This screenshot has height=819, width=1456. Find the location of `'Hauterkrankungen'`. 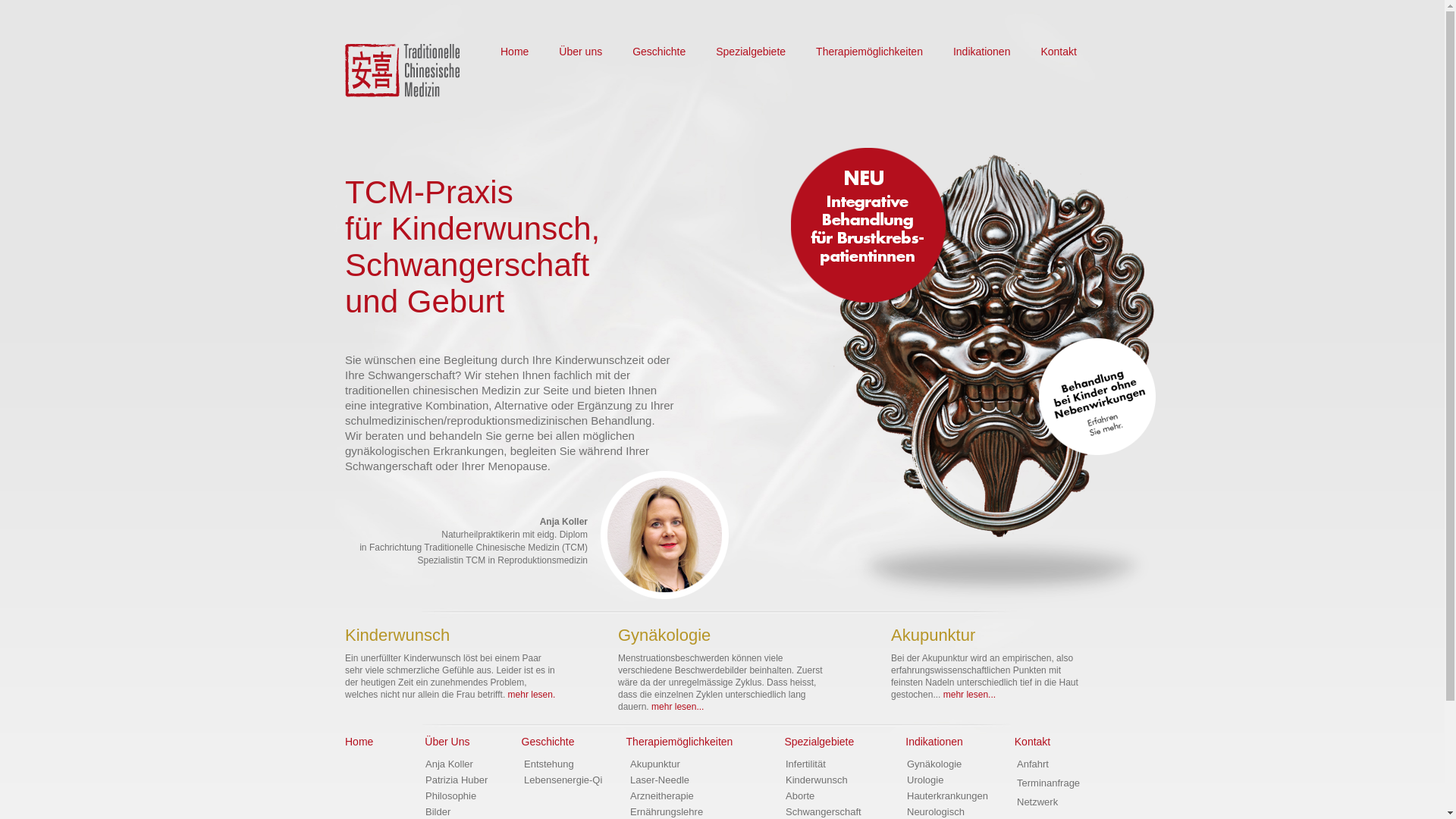

'Hauterkrankungen' is located at coordinates (946, 795).